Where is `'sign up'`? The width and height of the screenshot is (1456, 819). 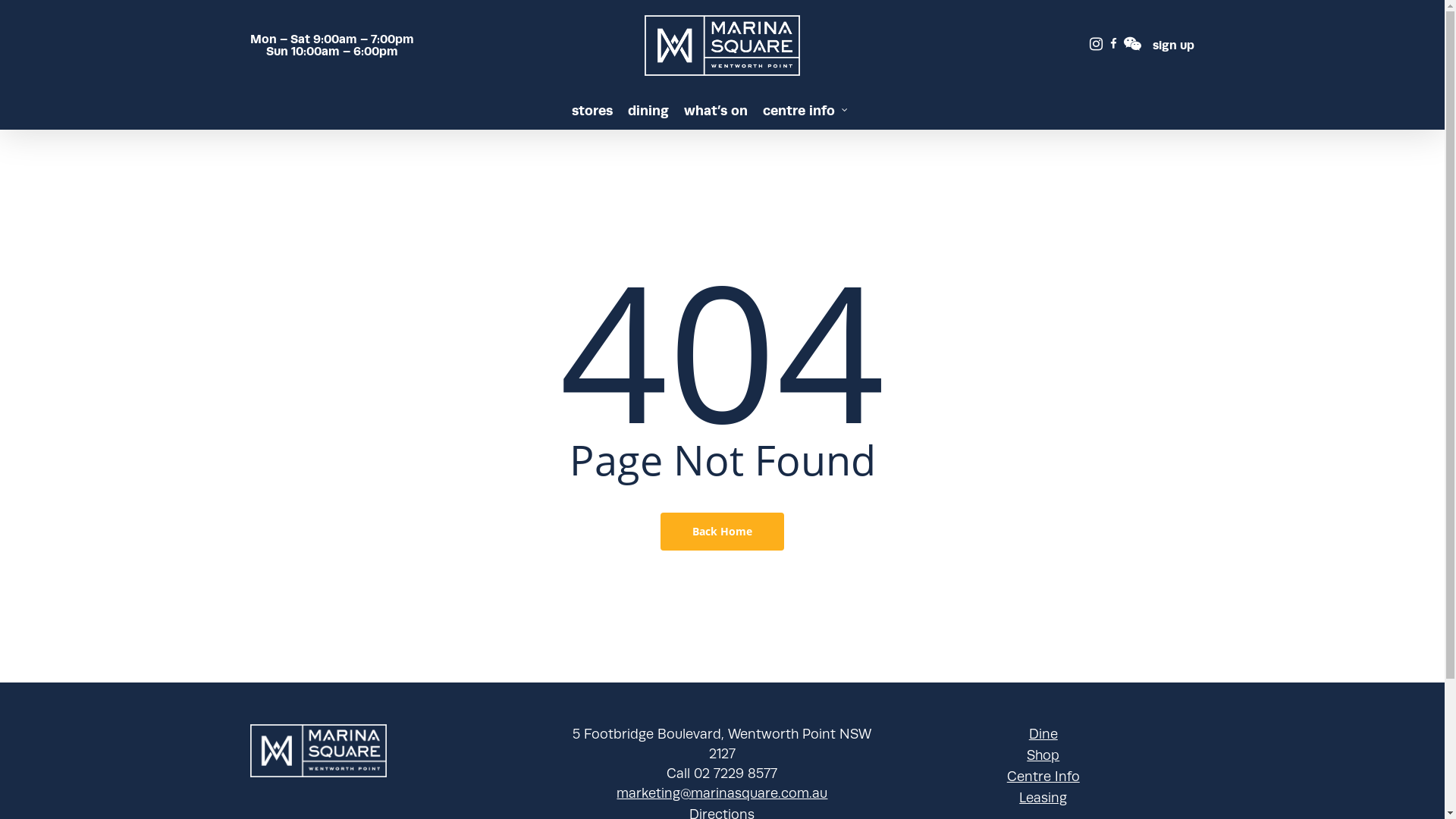 'sign up' is located at coordinates (1168, 45).